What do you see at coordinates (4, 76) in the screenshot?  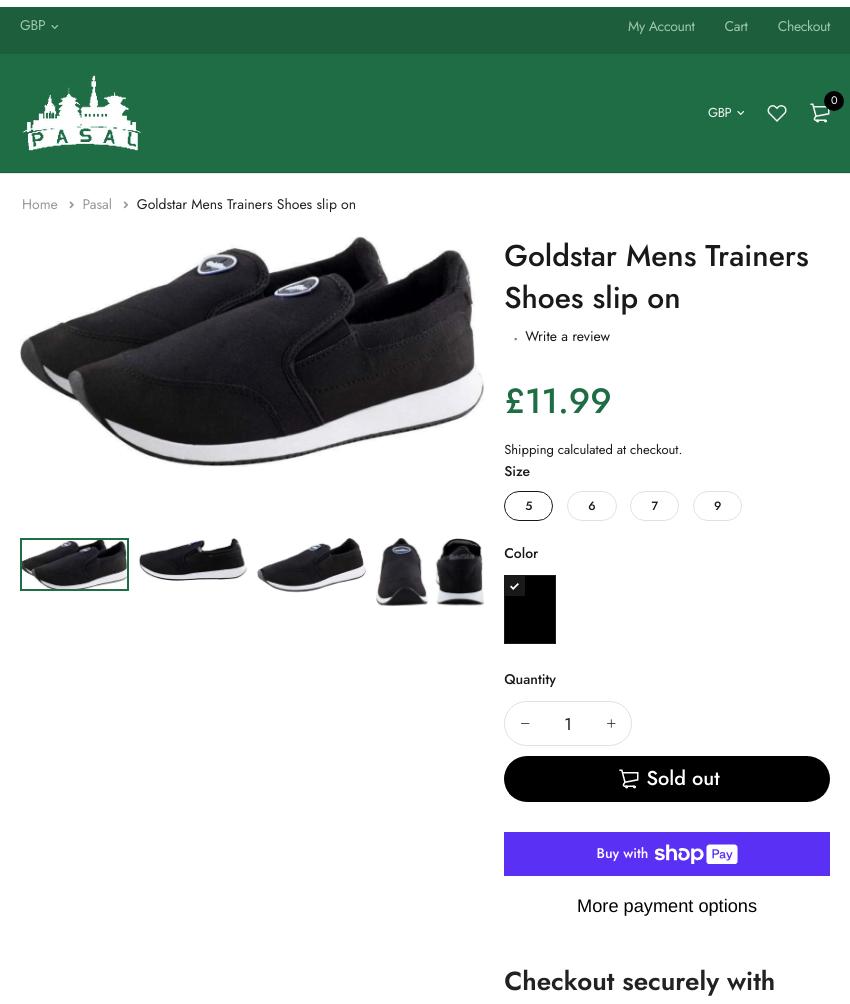 I see `'Money Organizer'` at bounding box center [4, 76].